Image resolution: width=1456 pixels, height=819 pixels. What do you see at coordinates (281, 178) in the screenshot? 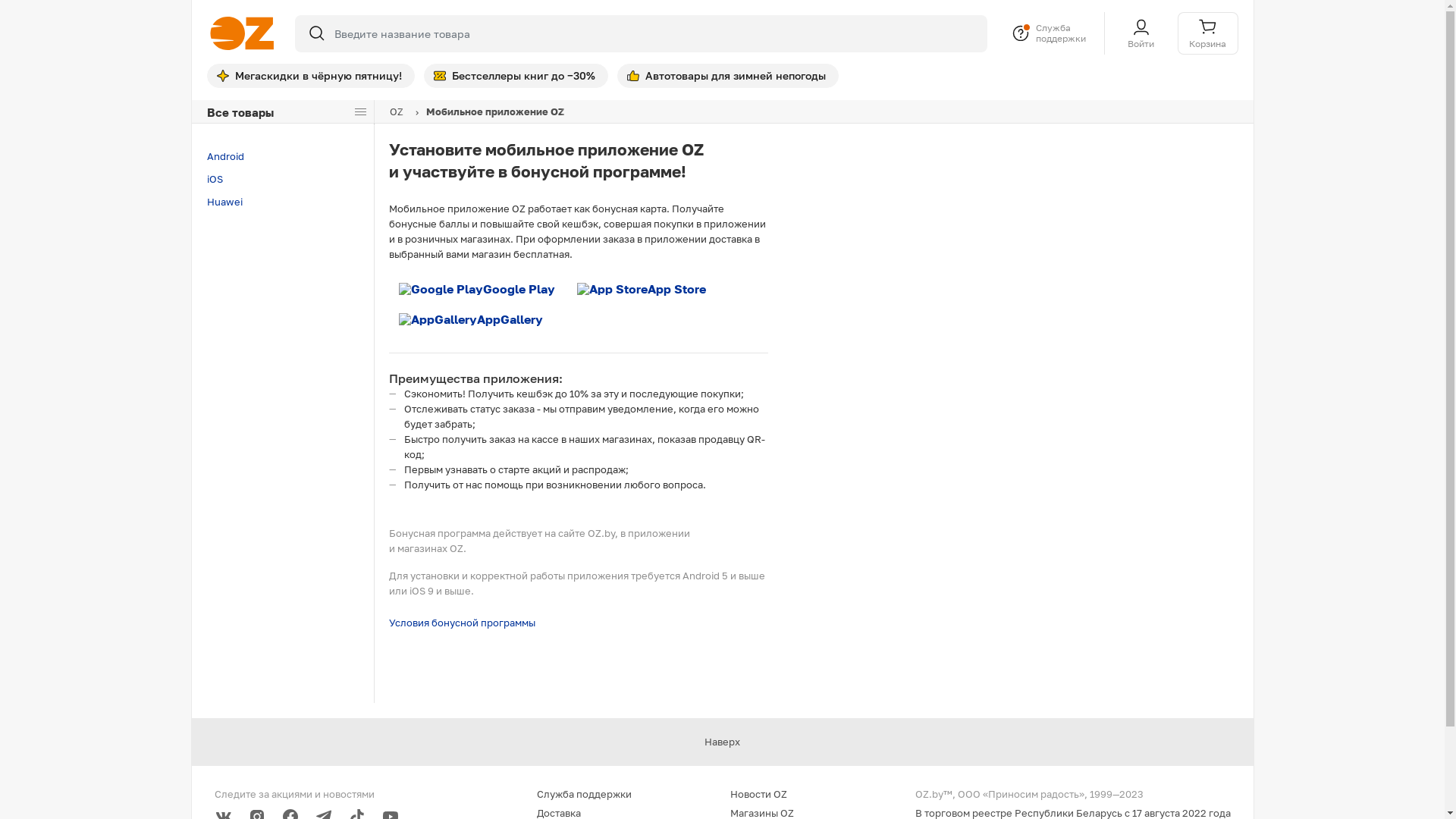
I see `'iOS'` at bounding box center [281, 178].